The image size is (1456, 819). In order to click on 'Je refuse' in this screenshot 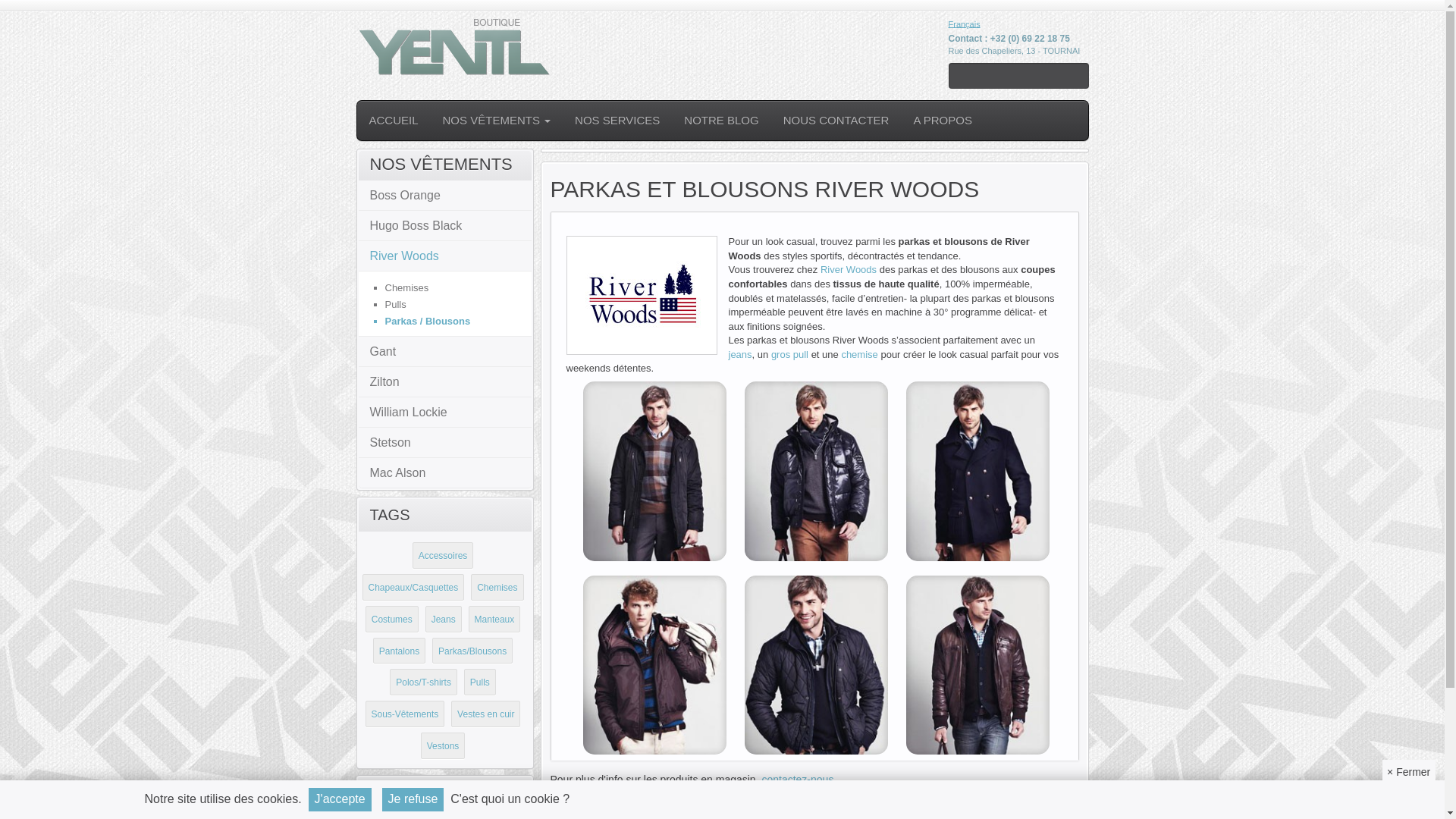, I will do `click(413, 799)`.